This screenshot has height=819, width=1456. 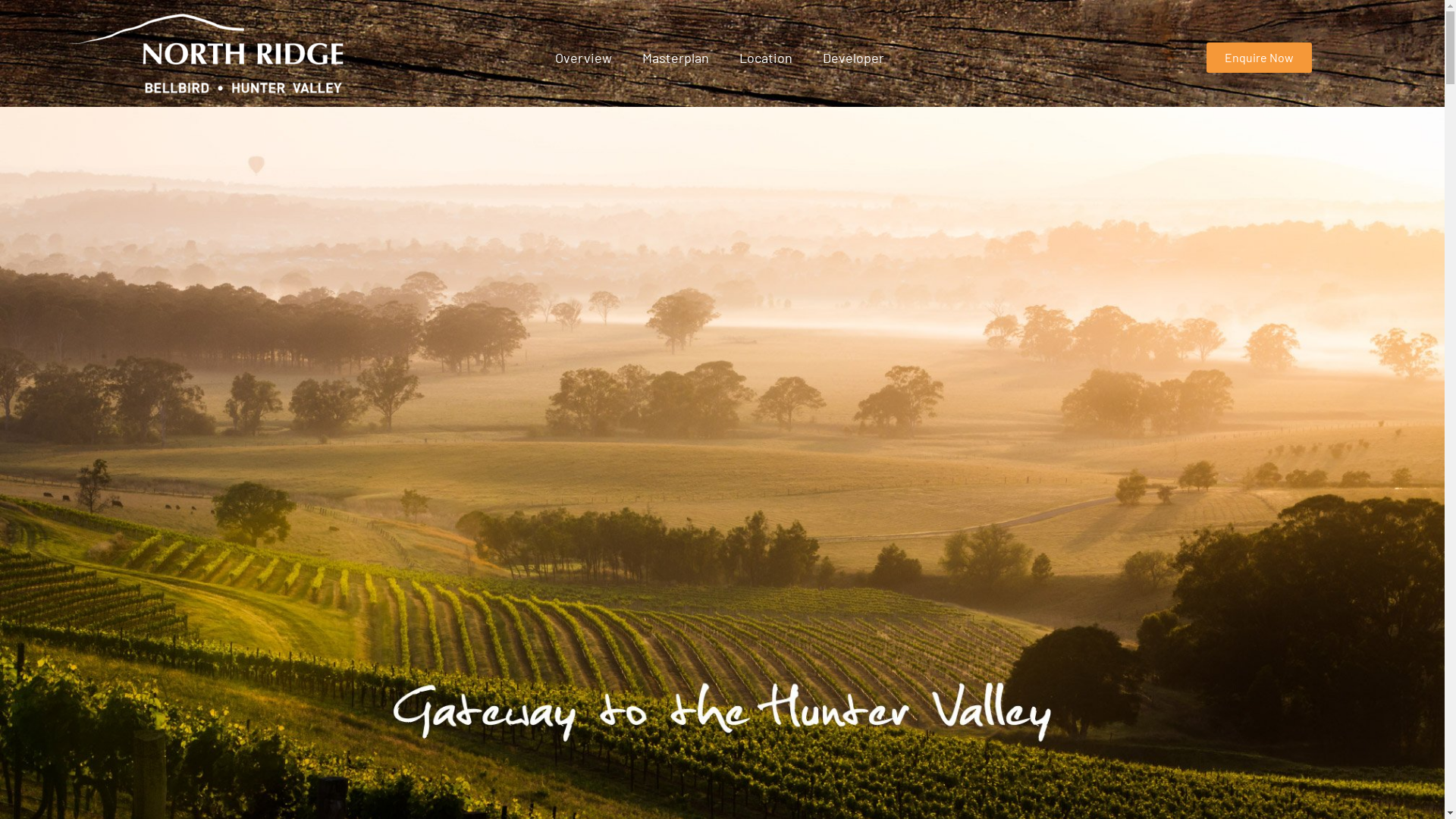 What do you see at coordinates (1259, 57) in the screenshot?
I see `'Enquire Now'` at bounding box center [1259, 57].